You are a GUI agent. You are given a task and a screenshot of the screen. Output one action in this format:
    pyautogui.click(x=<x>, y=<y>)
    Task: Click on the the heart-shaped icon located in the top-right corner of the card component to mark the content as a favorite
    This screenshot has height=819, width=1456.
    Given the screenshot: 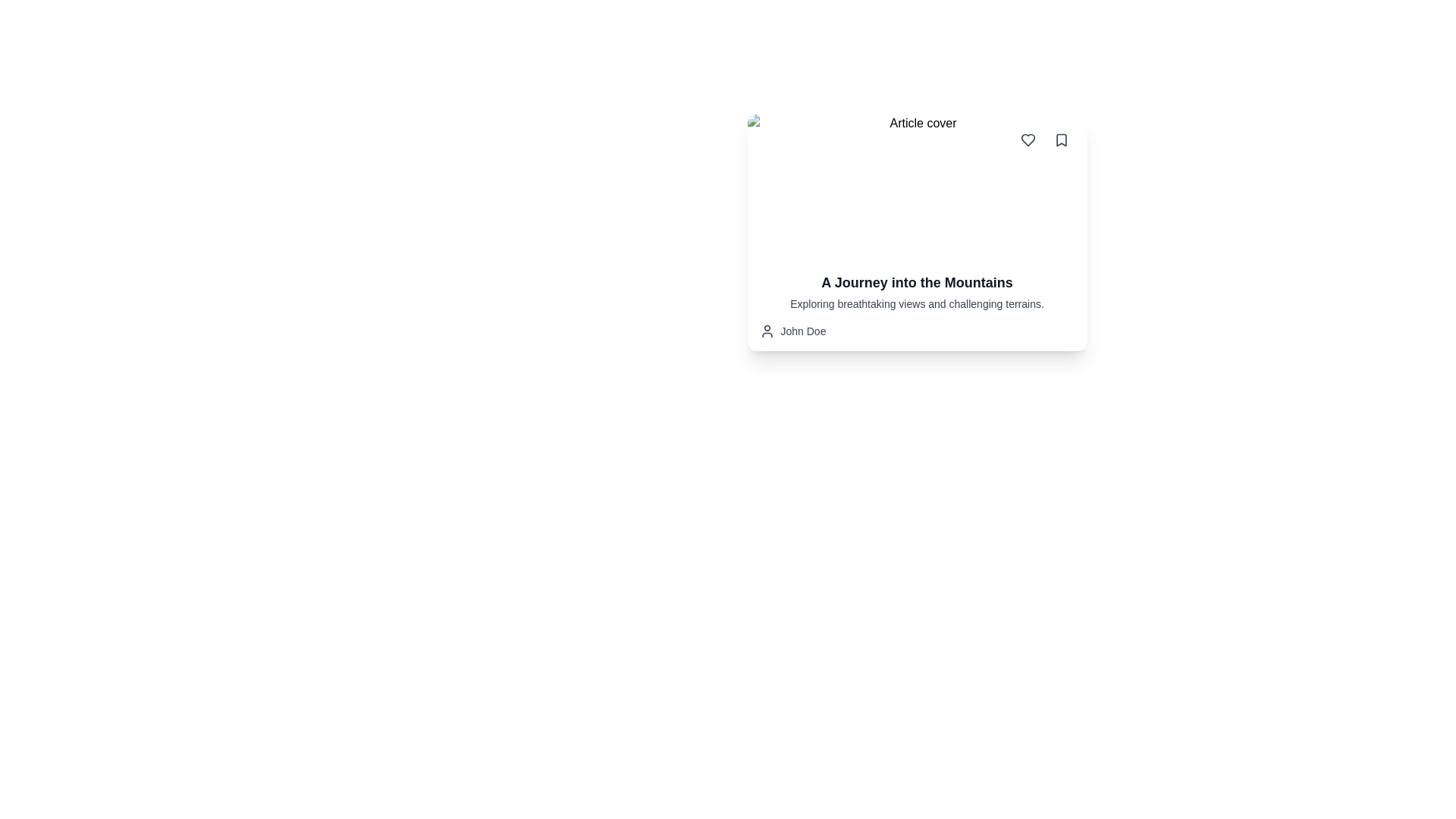 What is the action you would take?
    pyautogui.click(x=1028, y=140)
    